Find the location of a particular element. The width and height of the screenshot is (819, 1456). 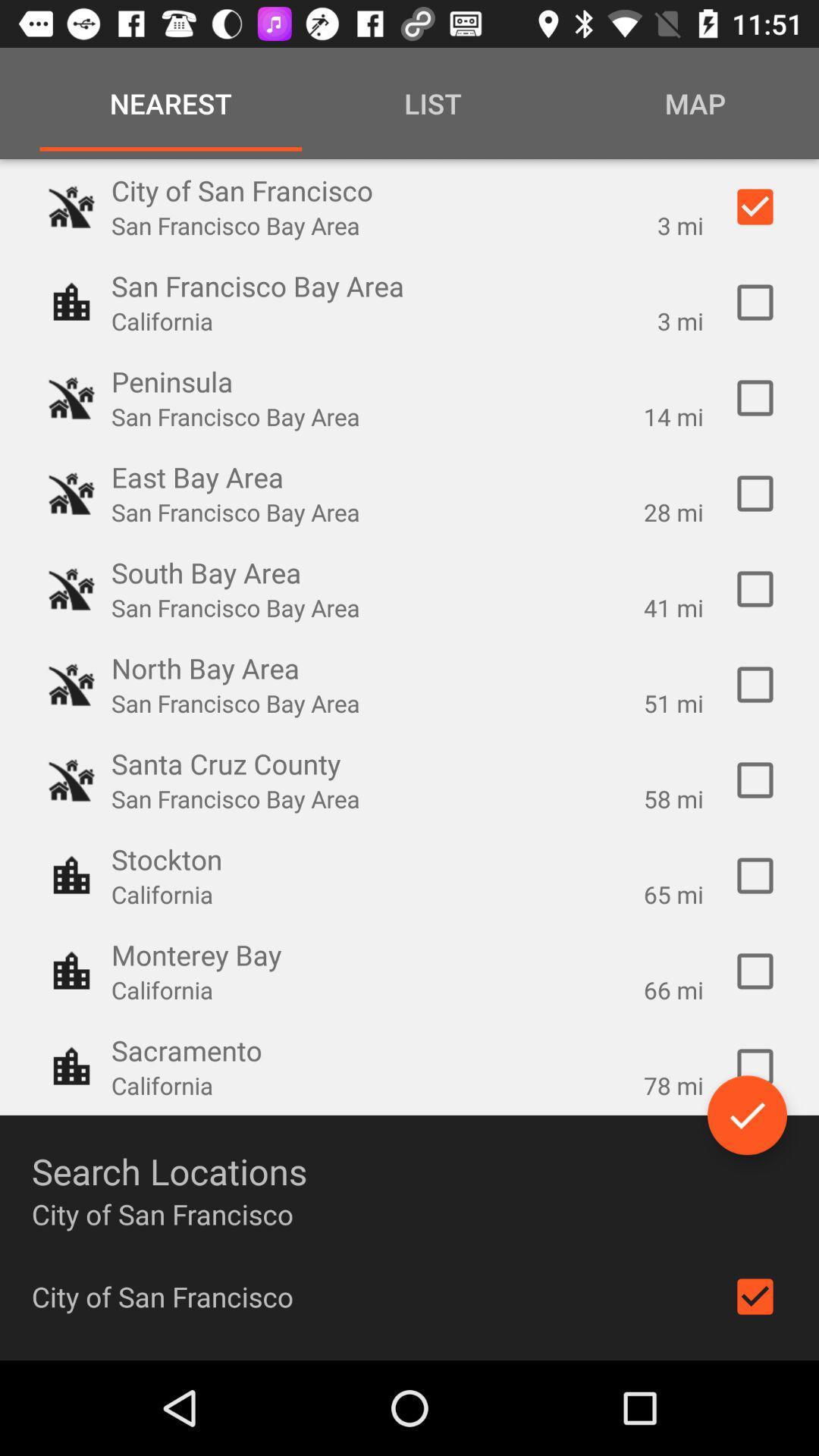

location is located at coordinates (755, 683).